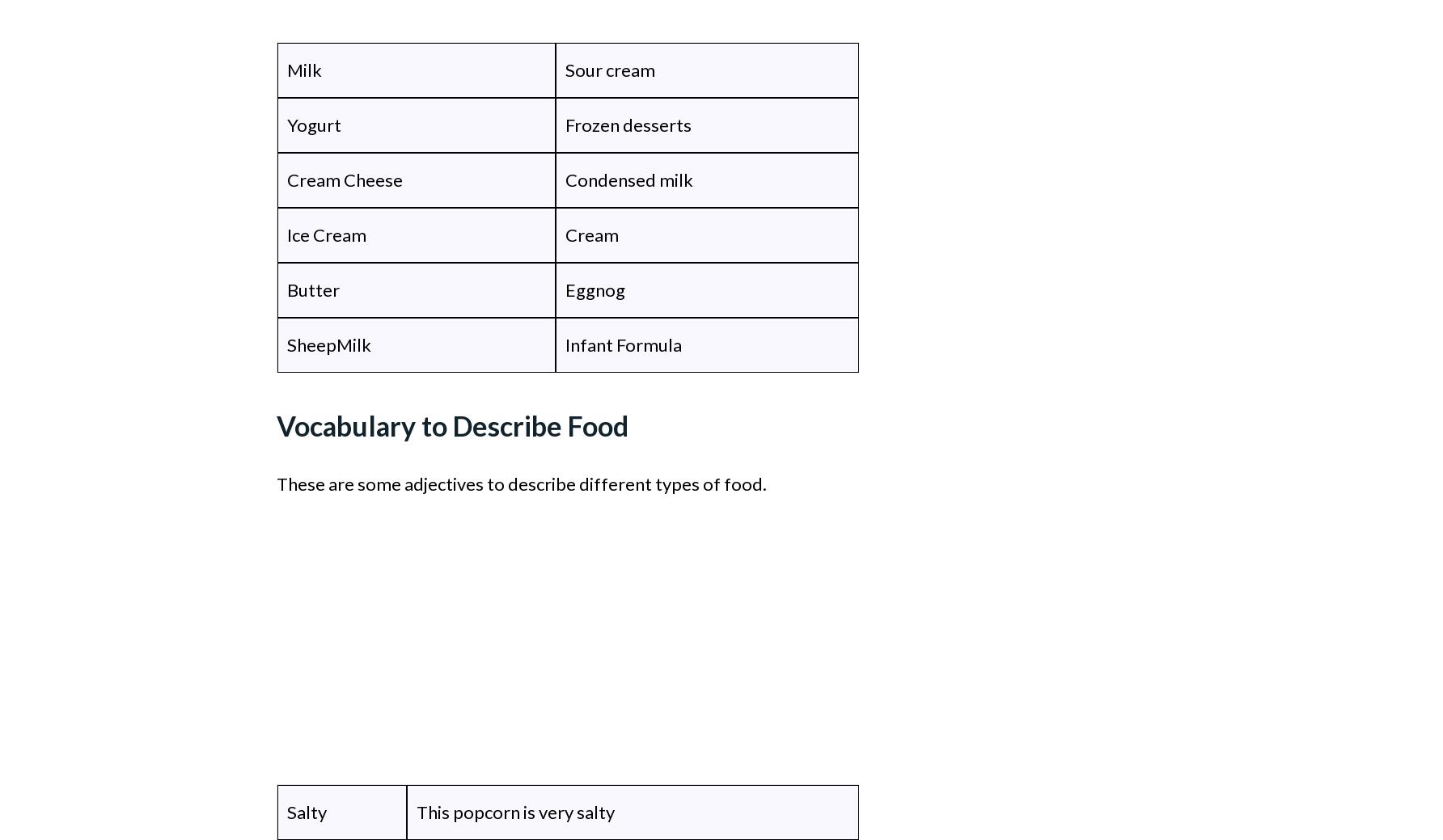 The image size is (1443, 840). I want to click on 'Sour cream', so click(610, 69).